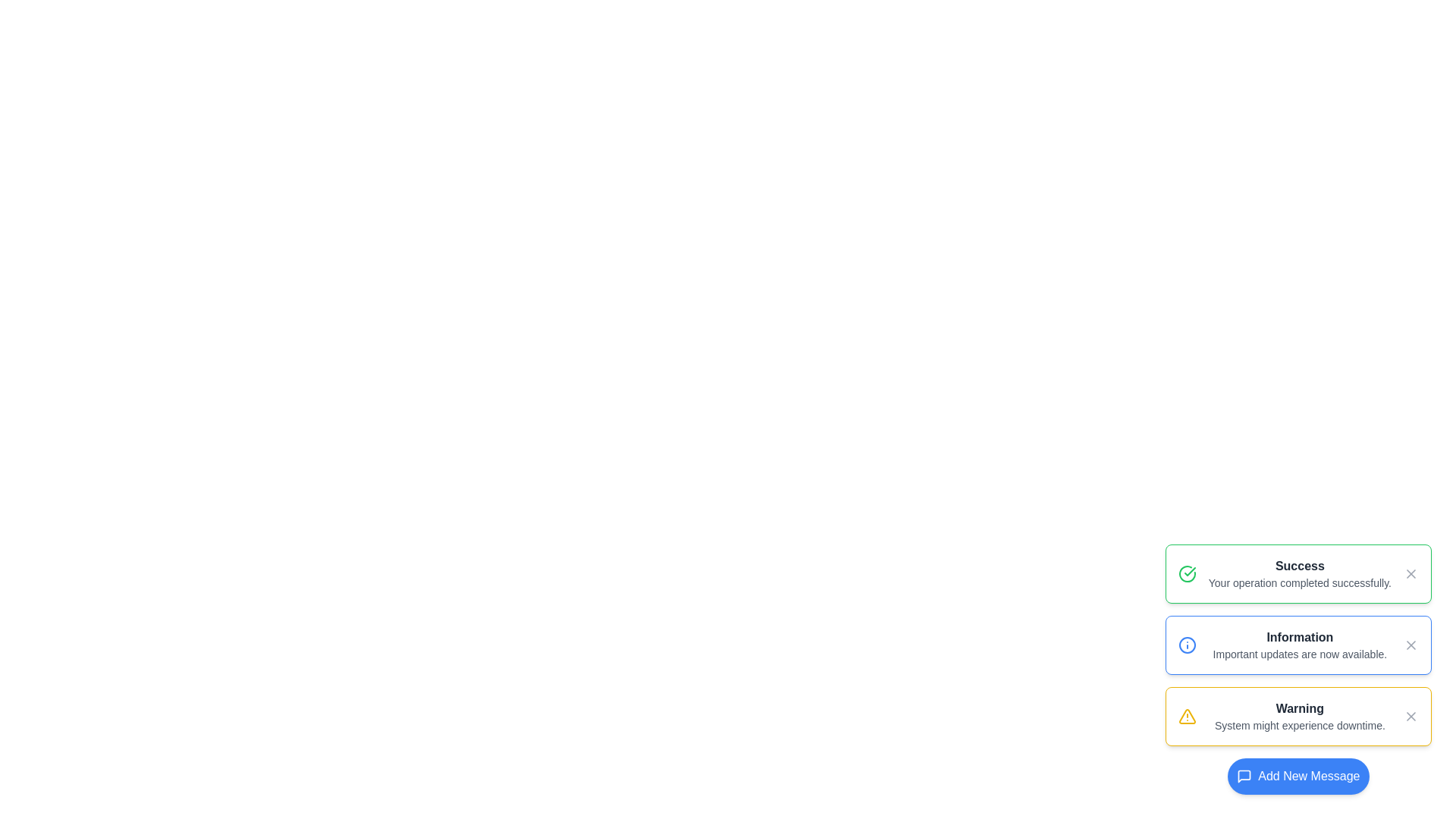 The image size is (1456, 819). Describe the element at coordinates (1410, 717) in the screenshot. I see `the close button located in the top-right corner of the warning notification card to enhance accessibility` at that location.